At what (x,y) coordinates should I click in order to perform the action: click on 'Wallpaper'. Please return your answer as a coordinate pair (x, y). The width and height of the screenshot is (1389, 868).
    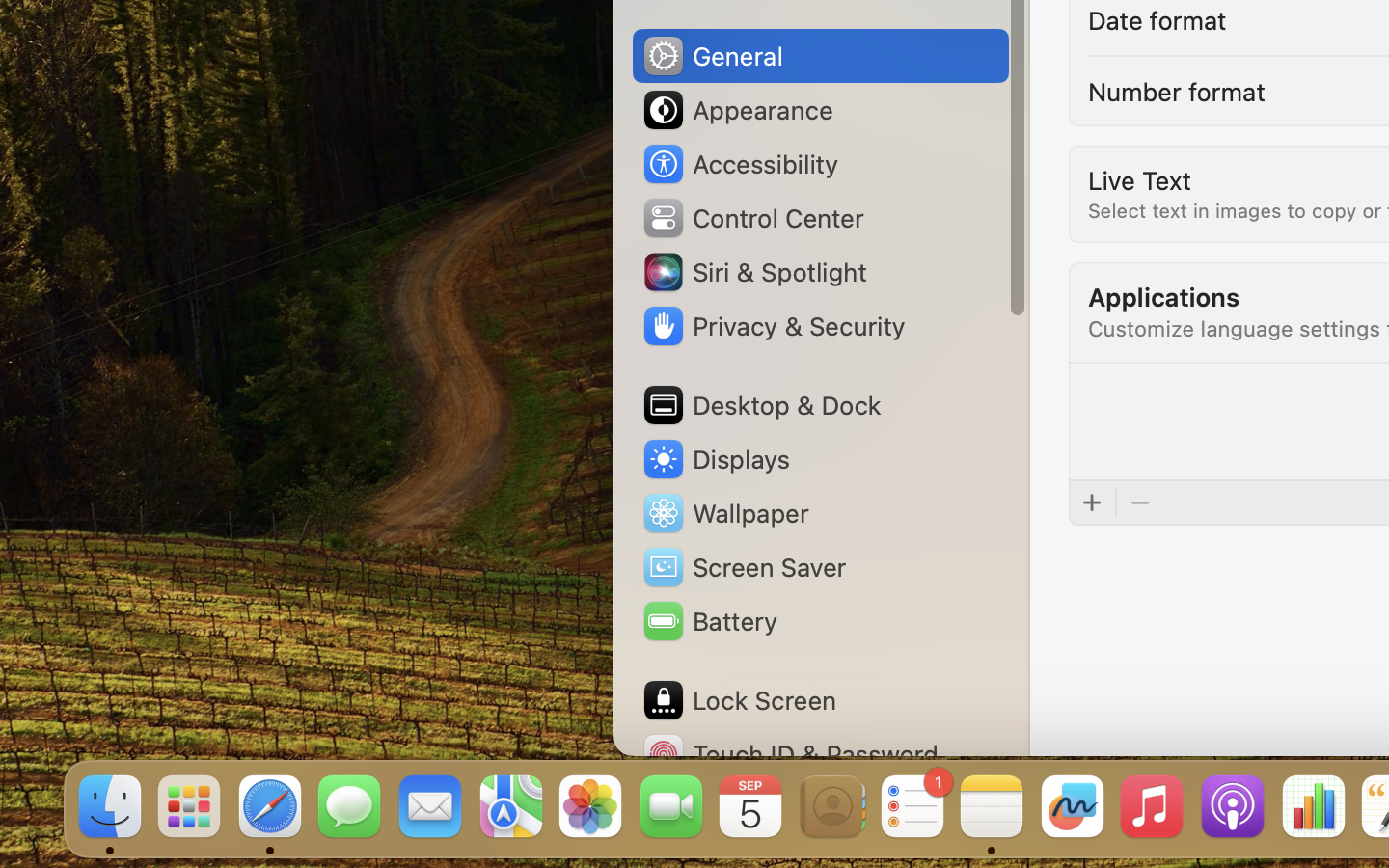
    Looking at the image, I should click on (722, 511).